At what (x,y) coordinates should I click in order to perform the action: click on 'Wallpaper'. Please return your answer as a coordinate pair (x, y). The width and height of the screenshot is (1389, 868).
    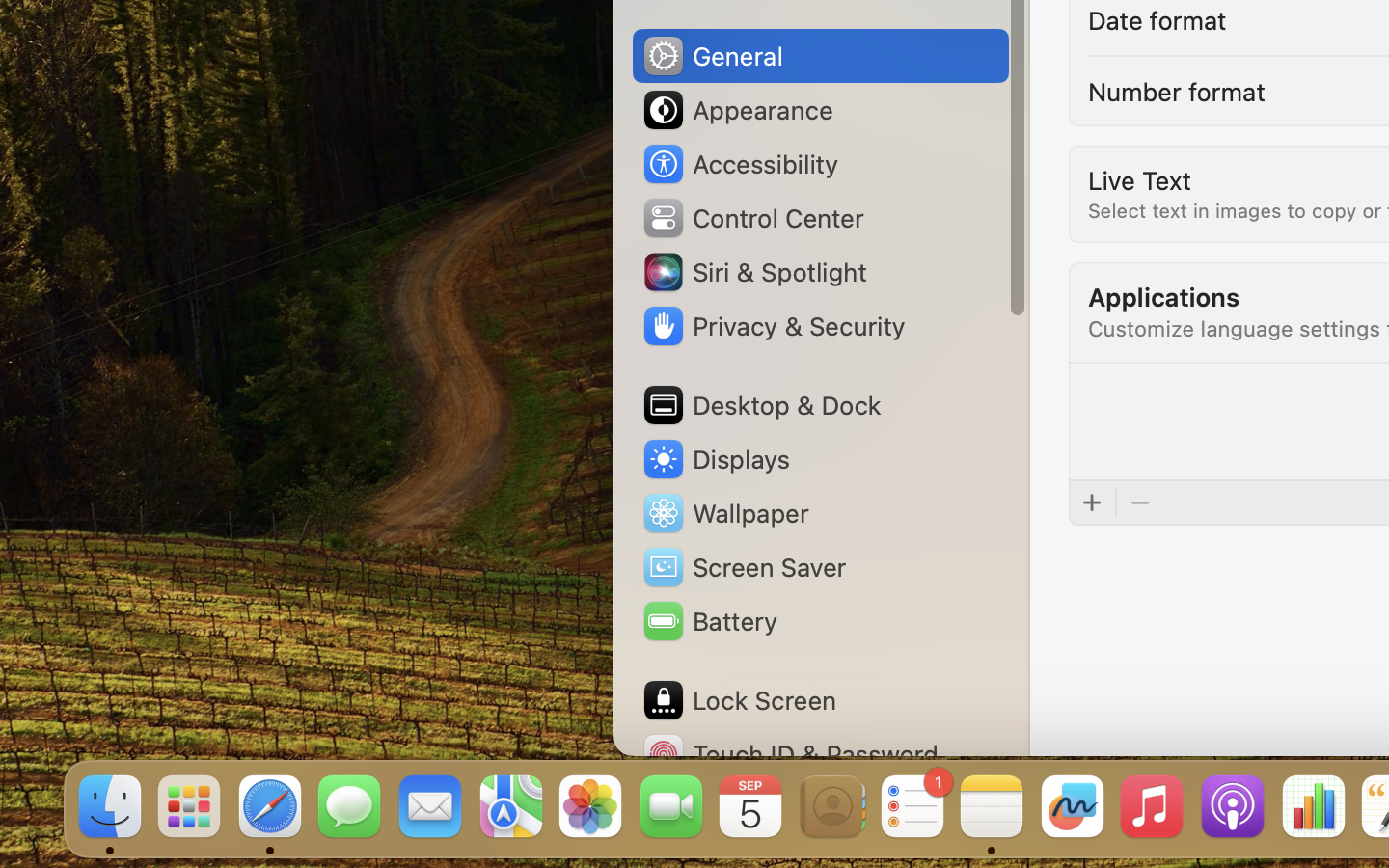
    Looking at the image, I should click on (722, 511).